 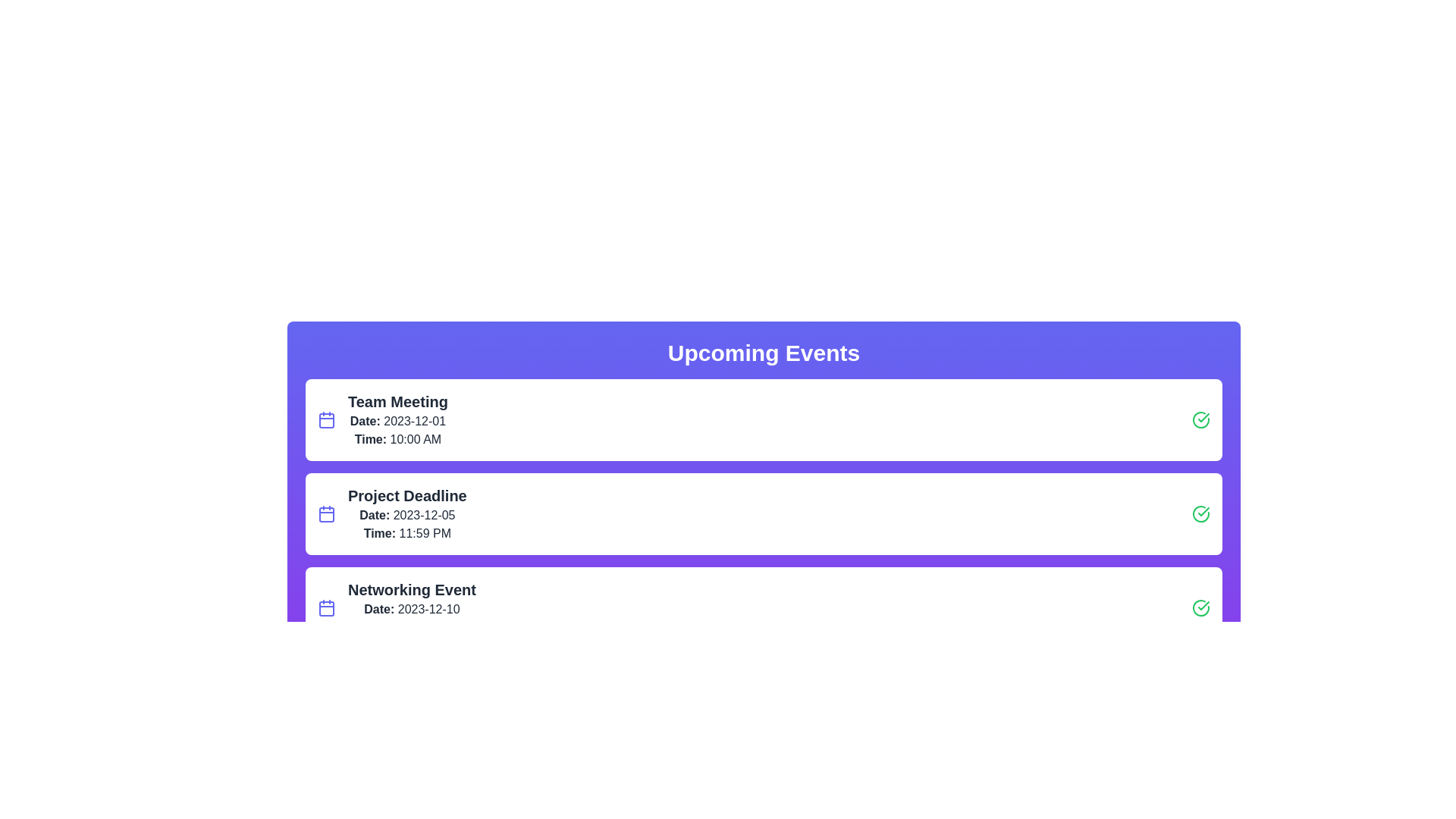 What do you see at coordinates (326, 420) in the screenshot?
I see `the calendar icon located at the top-left corner of the 'Team Meeting' card, which is adjacent to the heading text` at bounding box center [326, 420].